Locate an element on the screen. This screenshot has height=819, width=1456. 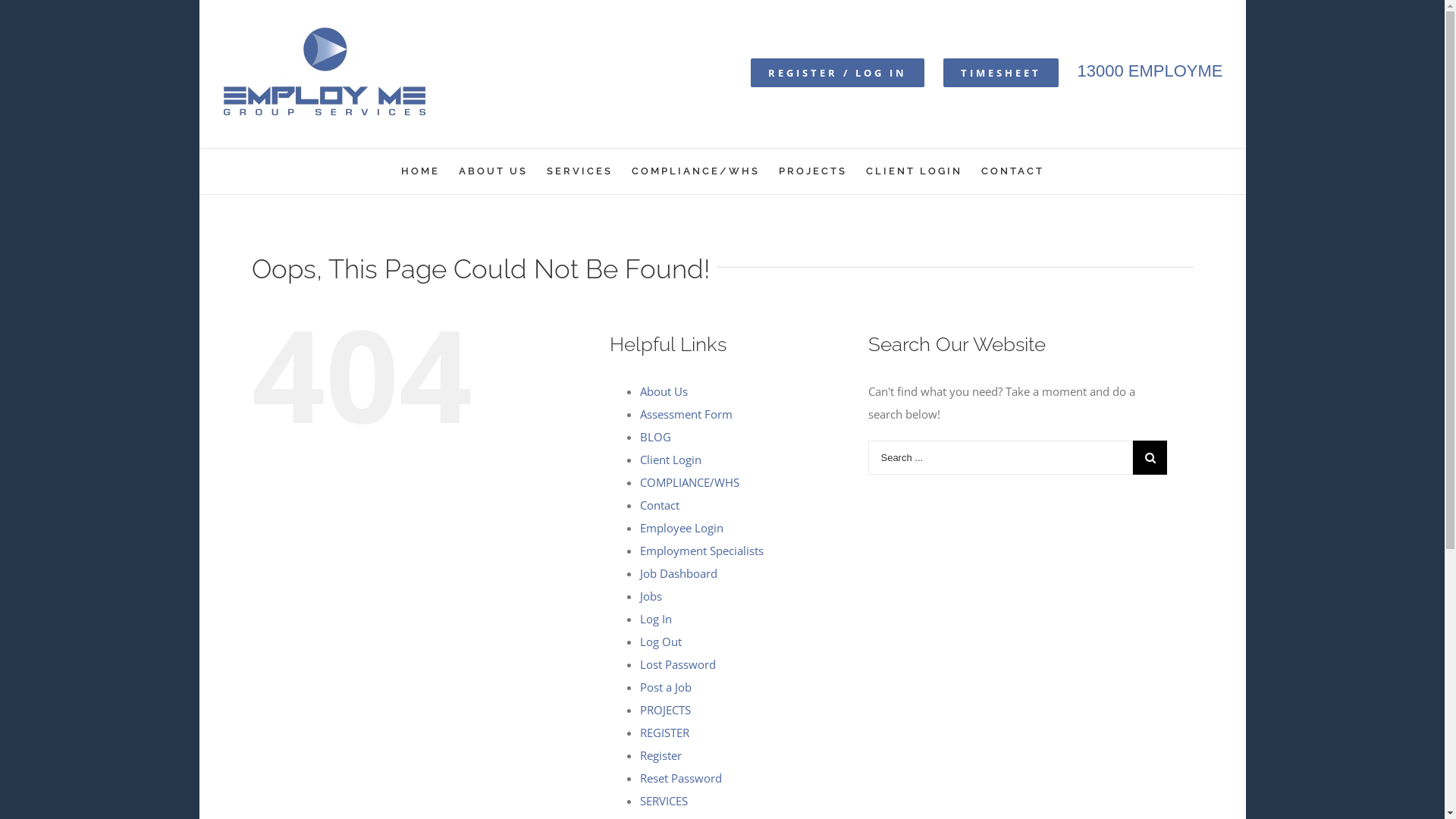
'Employment Specialists' is located at coordinates (701, 550).